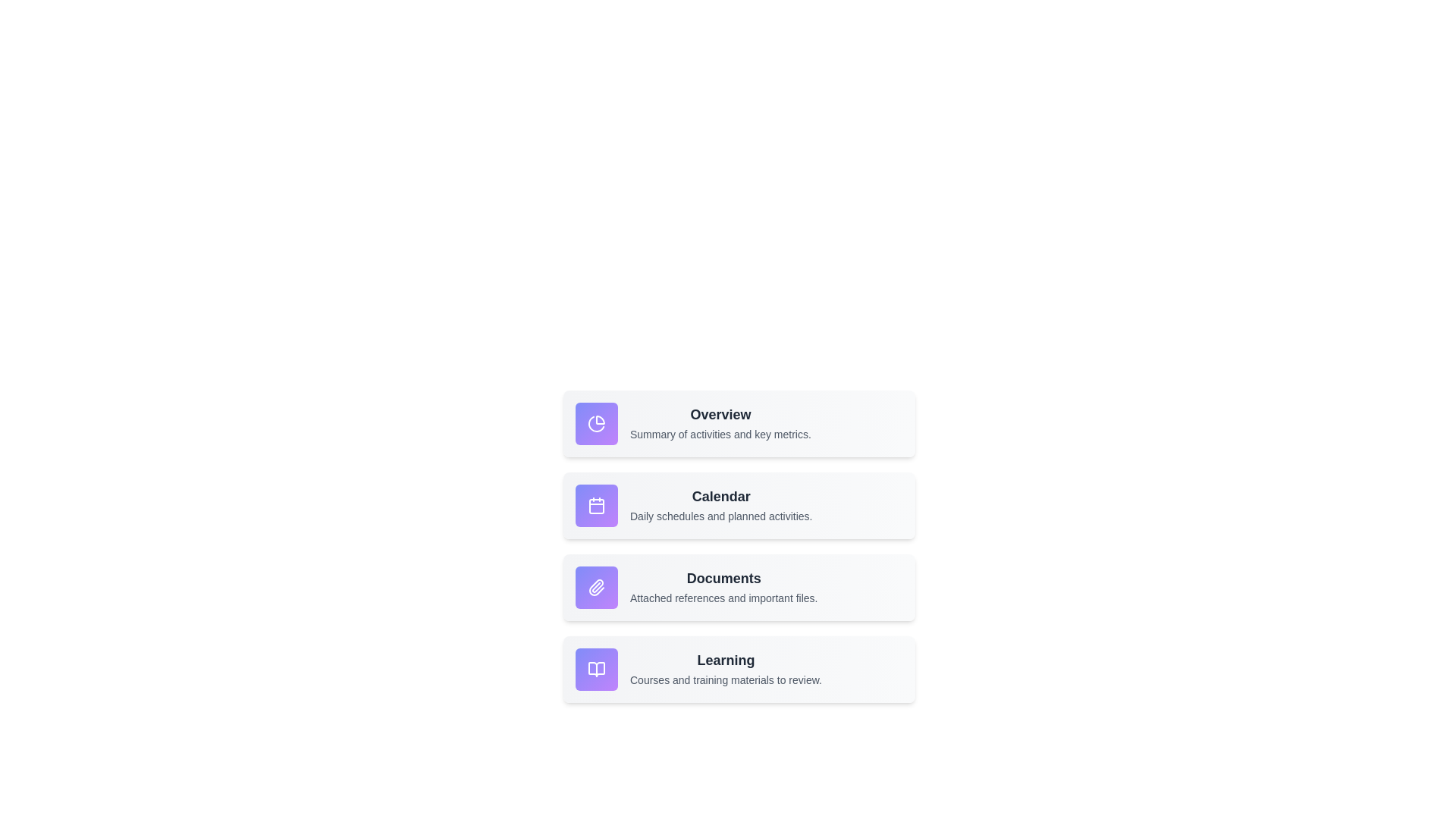  Describe the element at coordinates (596, 587) in the screenshot. I see `the functionality of the icon corresponding to Documents` at that location.